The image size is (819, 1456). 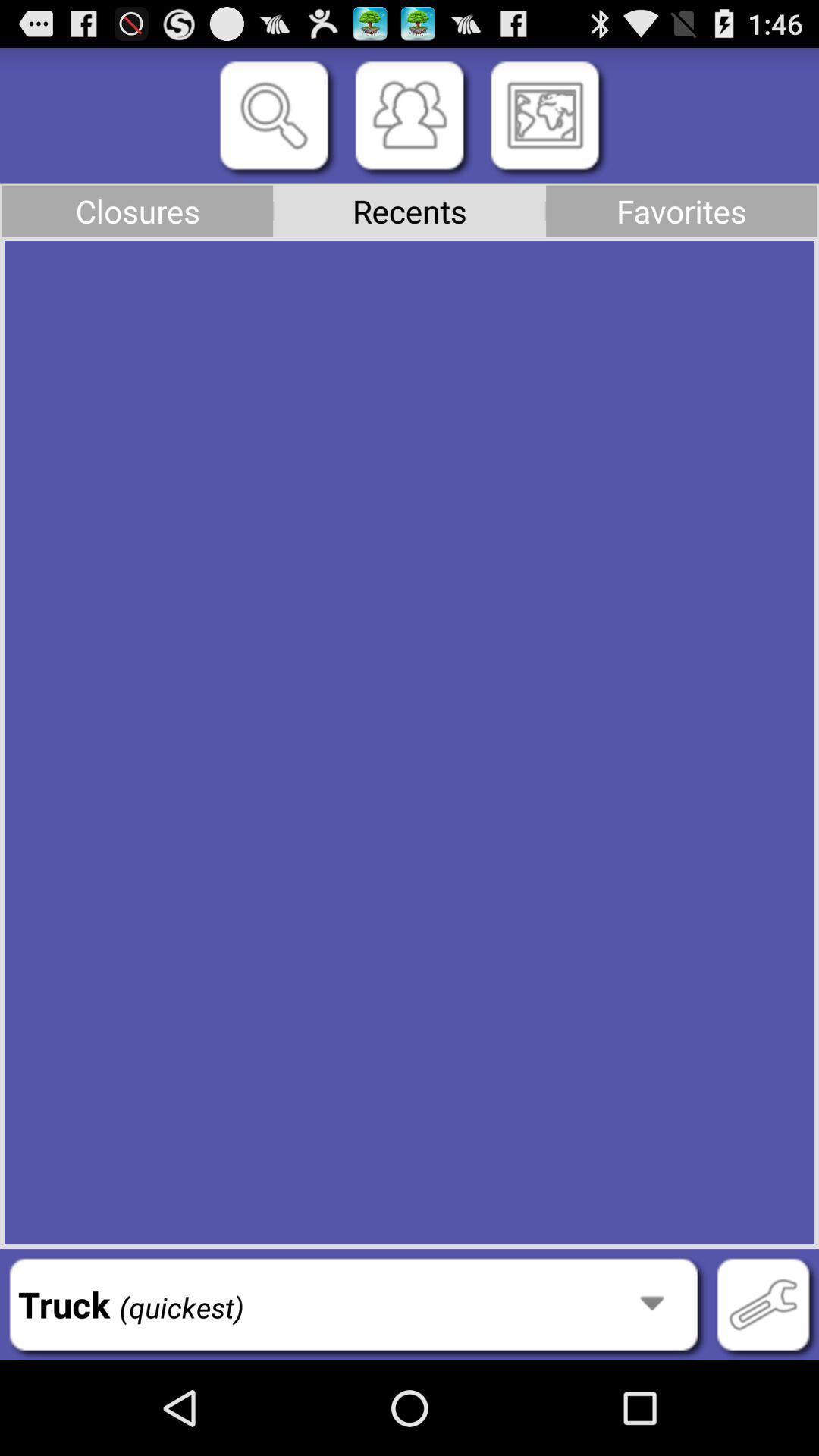 What do you see at coordinates (763, 1304) in the screenshot?
I see `item at the bottom right corner` at bounding box center [763, 1304].